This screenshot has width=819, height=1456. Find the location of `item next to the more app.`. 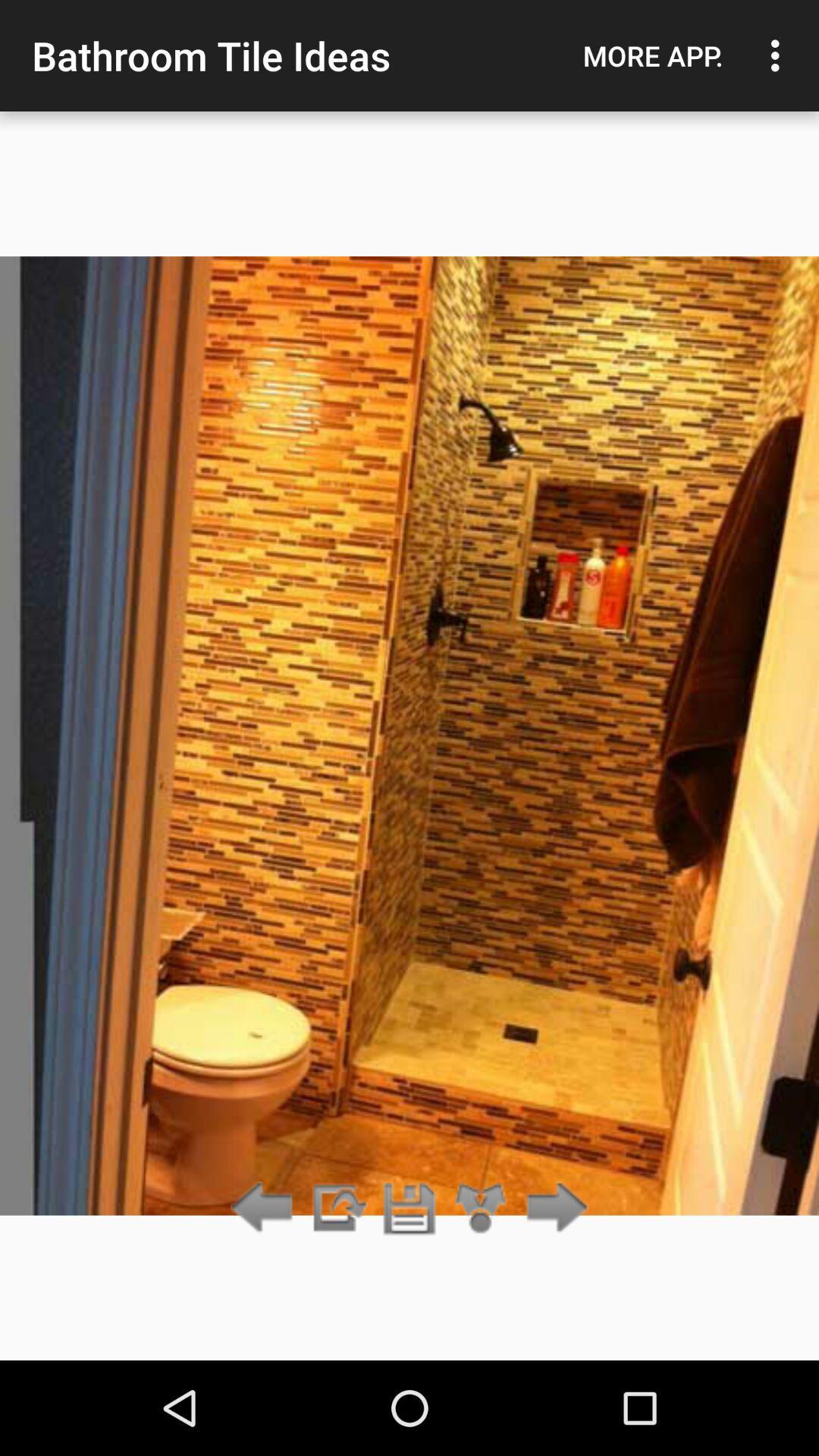

item next to the more app. is located at coordinates (779, 55).